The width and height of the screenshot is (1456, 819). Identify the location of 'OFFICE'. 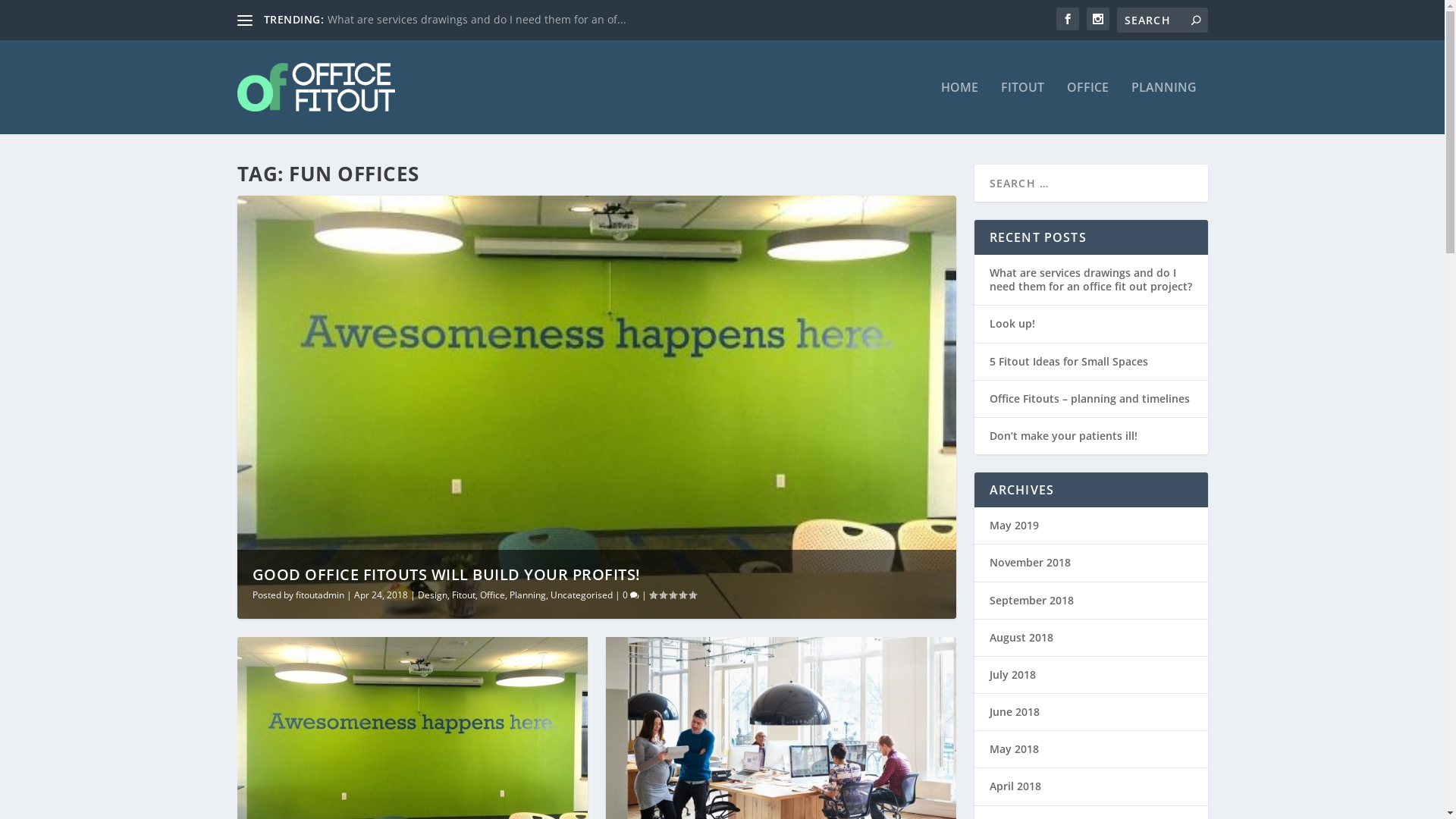
(1065, 107).